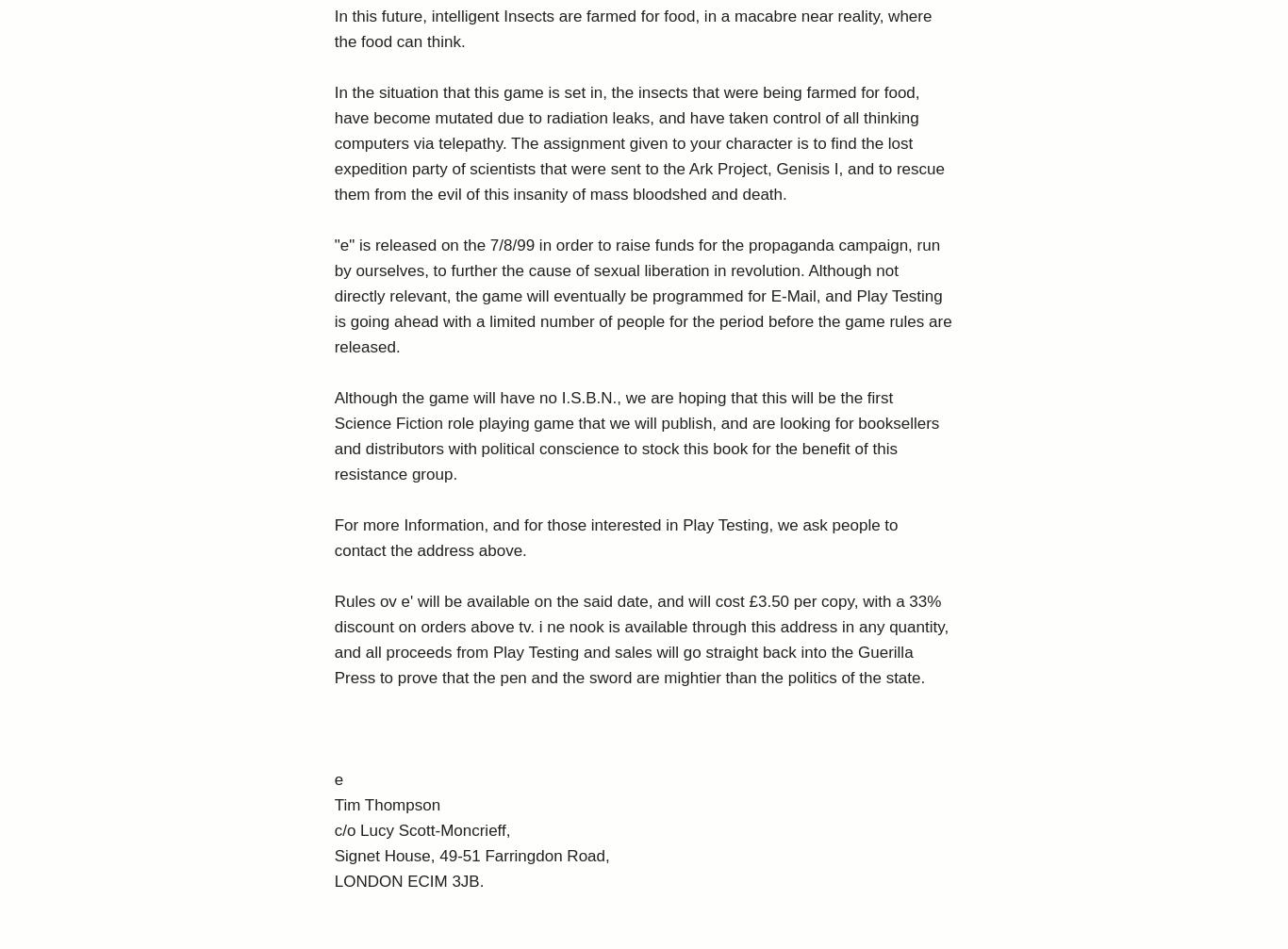 The image size is (1288, 949). I want to click on 'Although the game will have no I.S.B.N., we are hoping that this will be the first Science Fiction role playing game that we will publish, and are looking for booksellers and distributors with political conscience to stock this book for the benefit of this resistance group.', so click(333, 436).